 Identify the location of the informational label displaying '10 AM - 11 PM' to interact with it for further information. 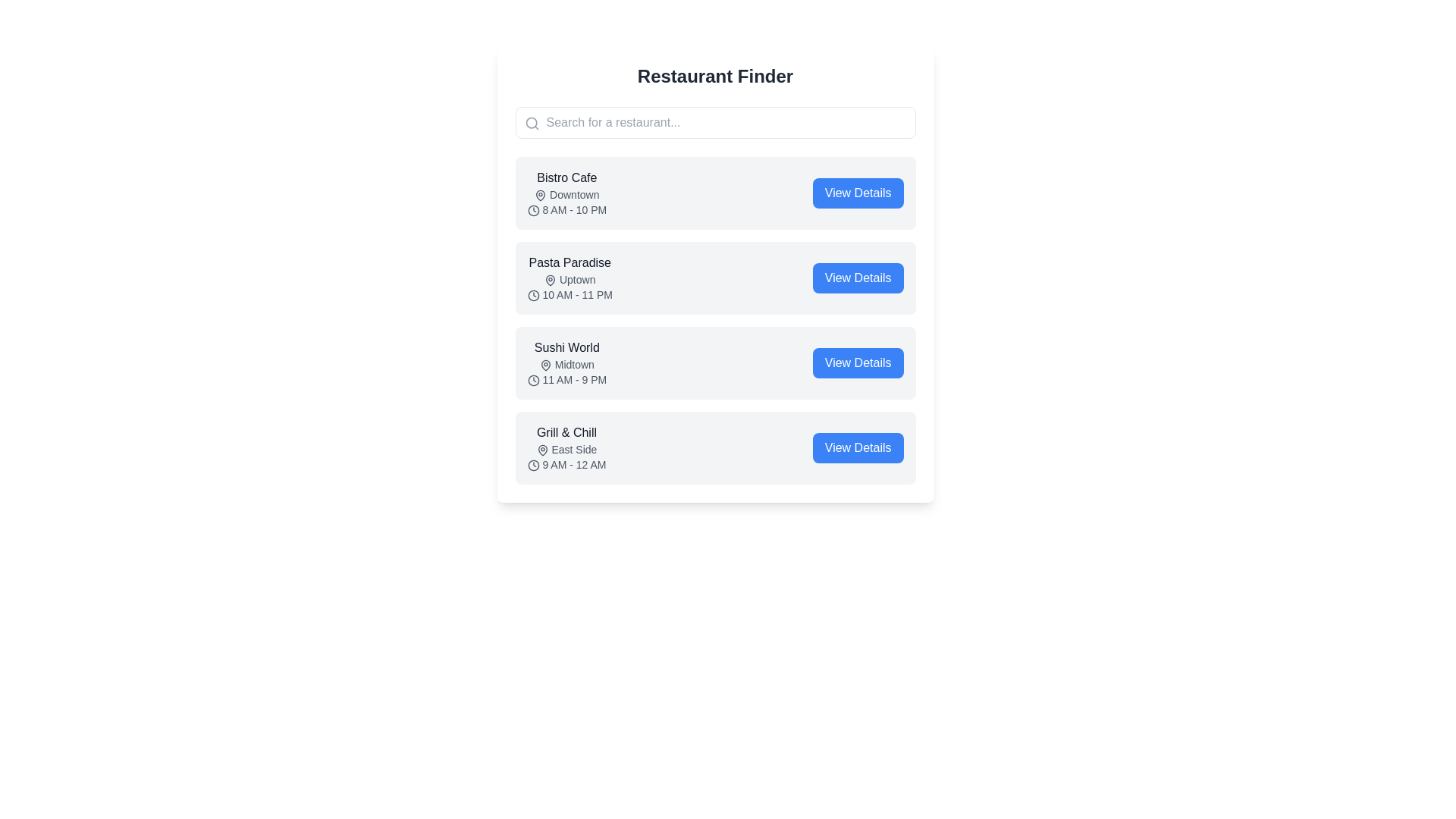
(569, 295).